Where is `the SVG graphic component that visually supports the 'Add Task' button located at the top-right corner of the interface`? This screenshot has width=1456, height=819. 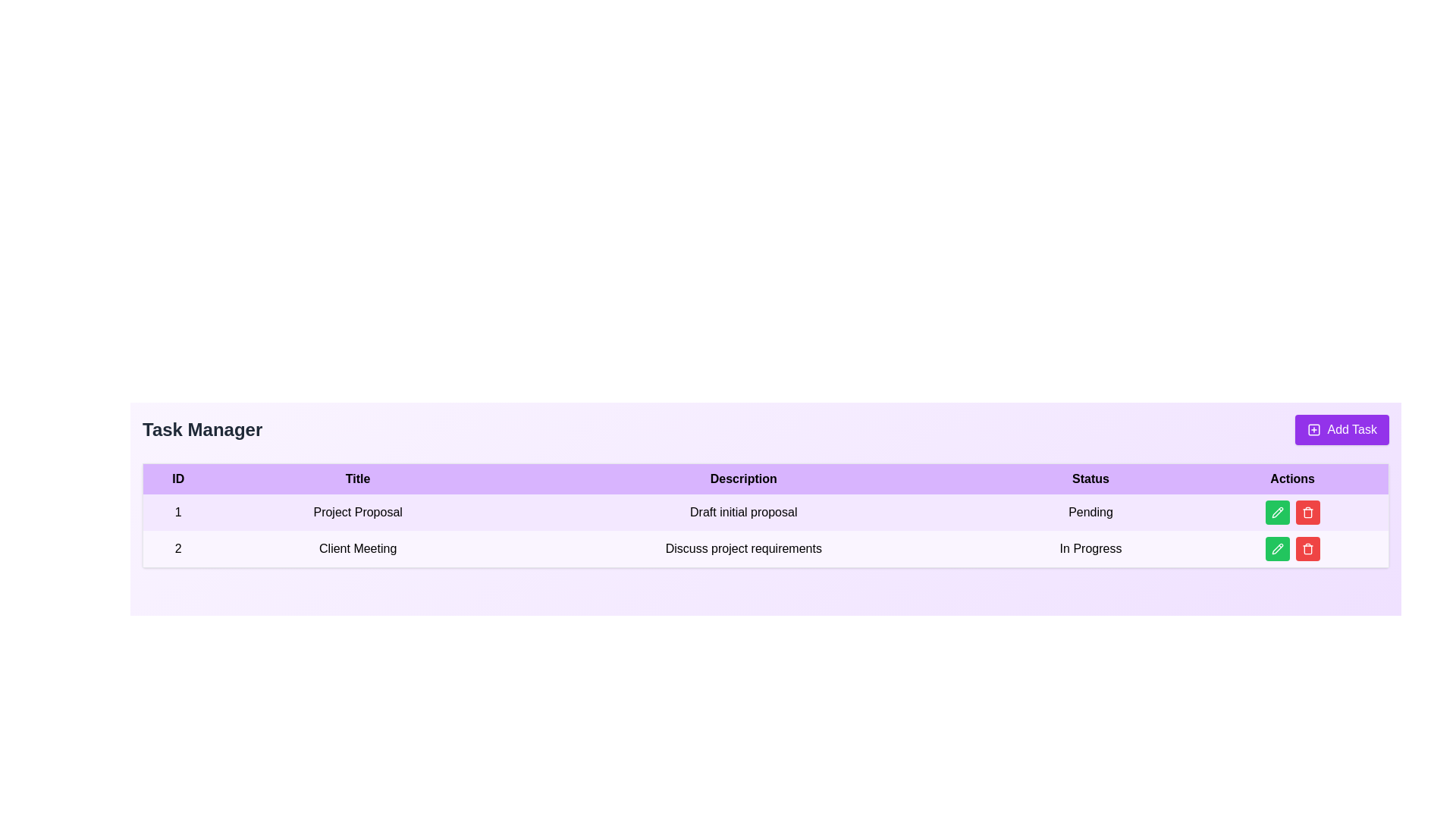
the SVG graphic component that visually supports the 'Add Task' button located at the top-right corner of the interface is located at coordinates (1313, 430).